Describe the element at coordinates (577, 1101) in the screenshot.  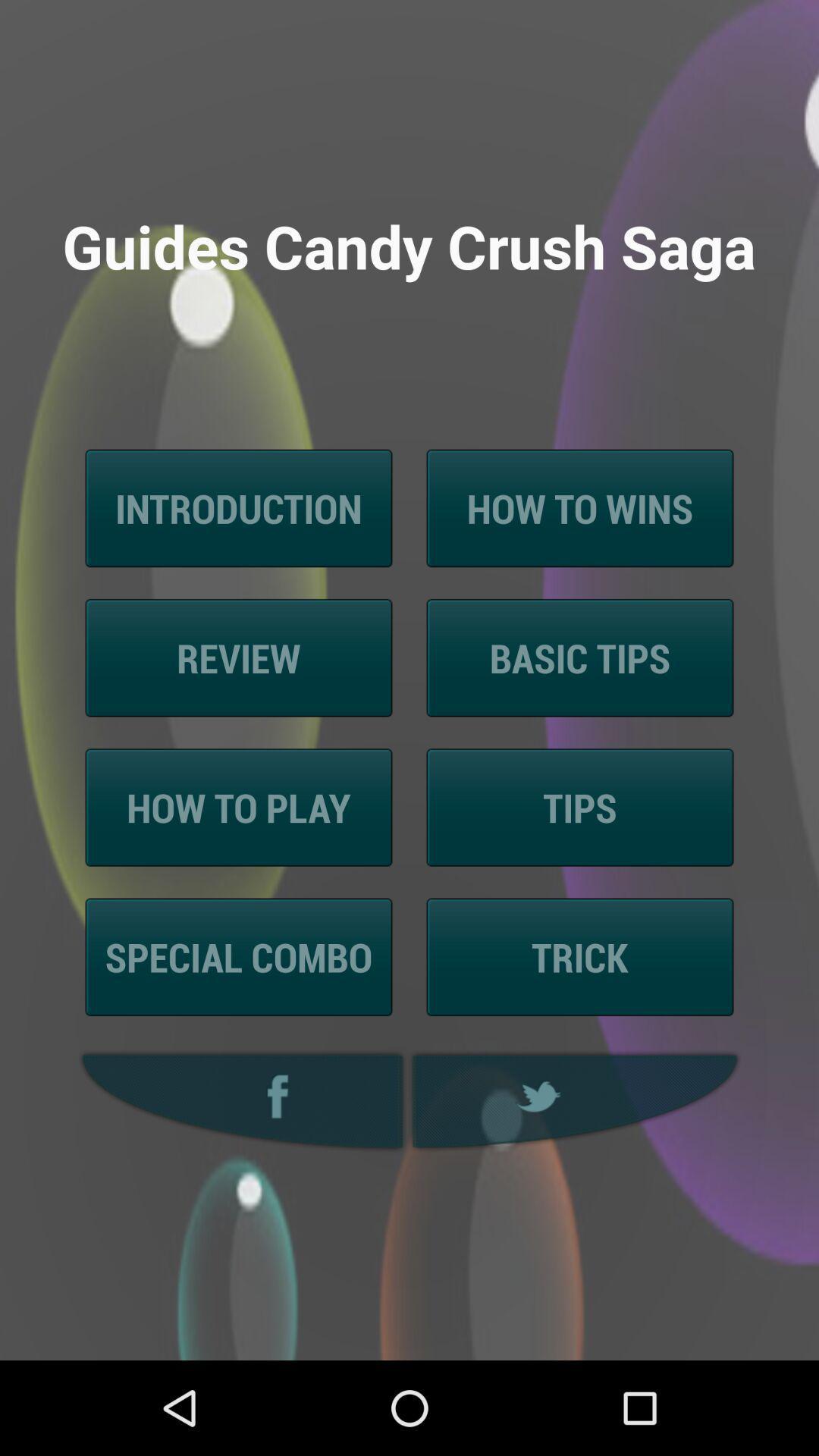
I see `twitter option` at that location.